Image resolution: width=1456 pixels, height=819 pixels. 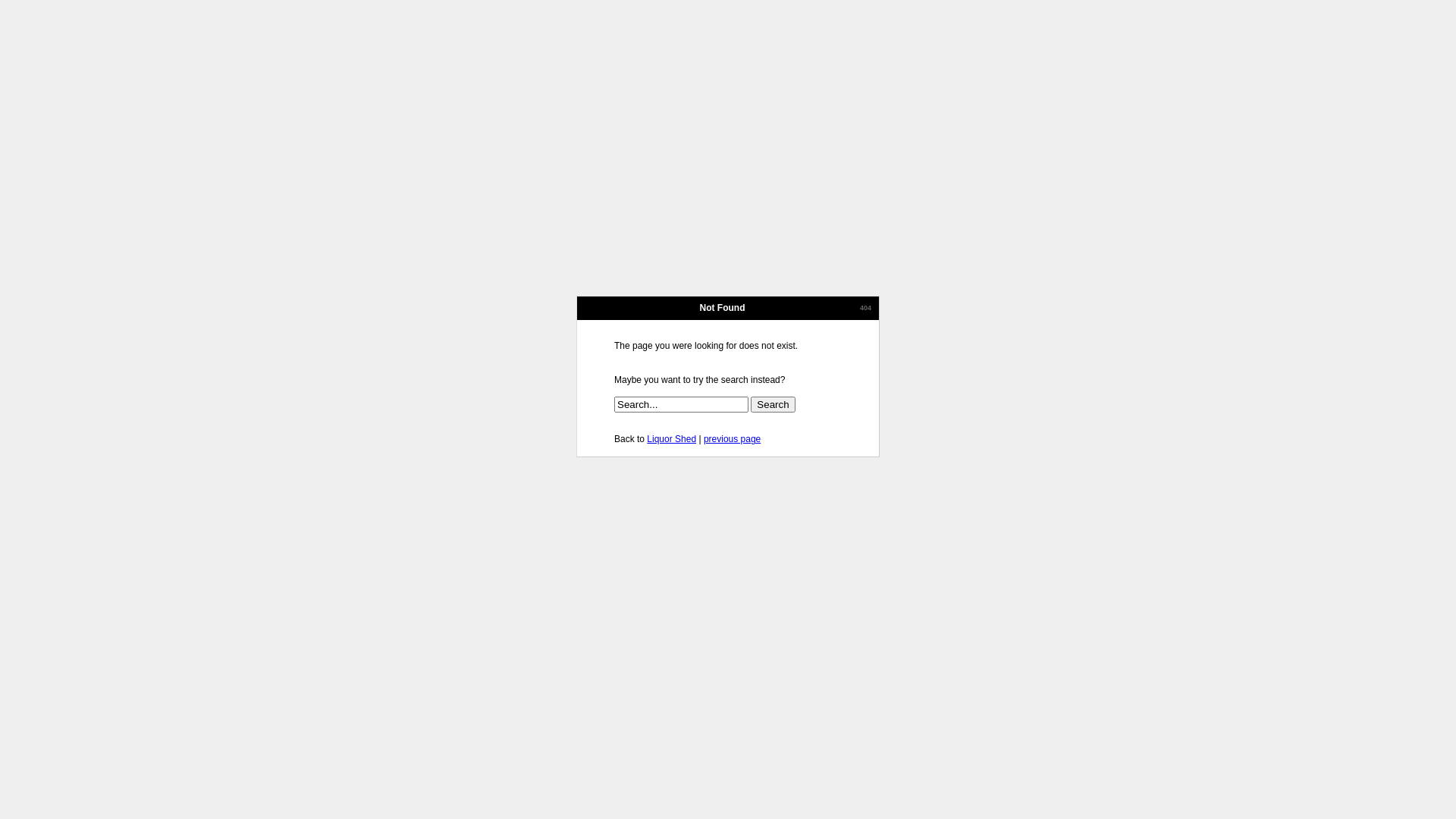 What do you see at coordinates (670, 438) in the screenshot?
I see `'Liquor Shed'` at bounding box center [670, 438].